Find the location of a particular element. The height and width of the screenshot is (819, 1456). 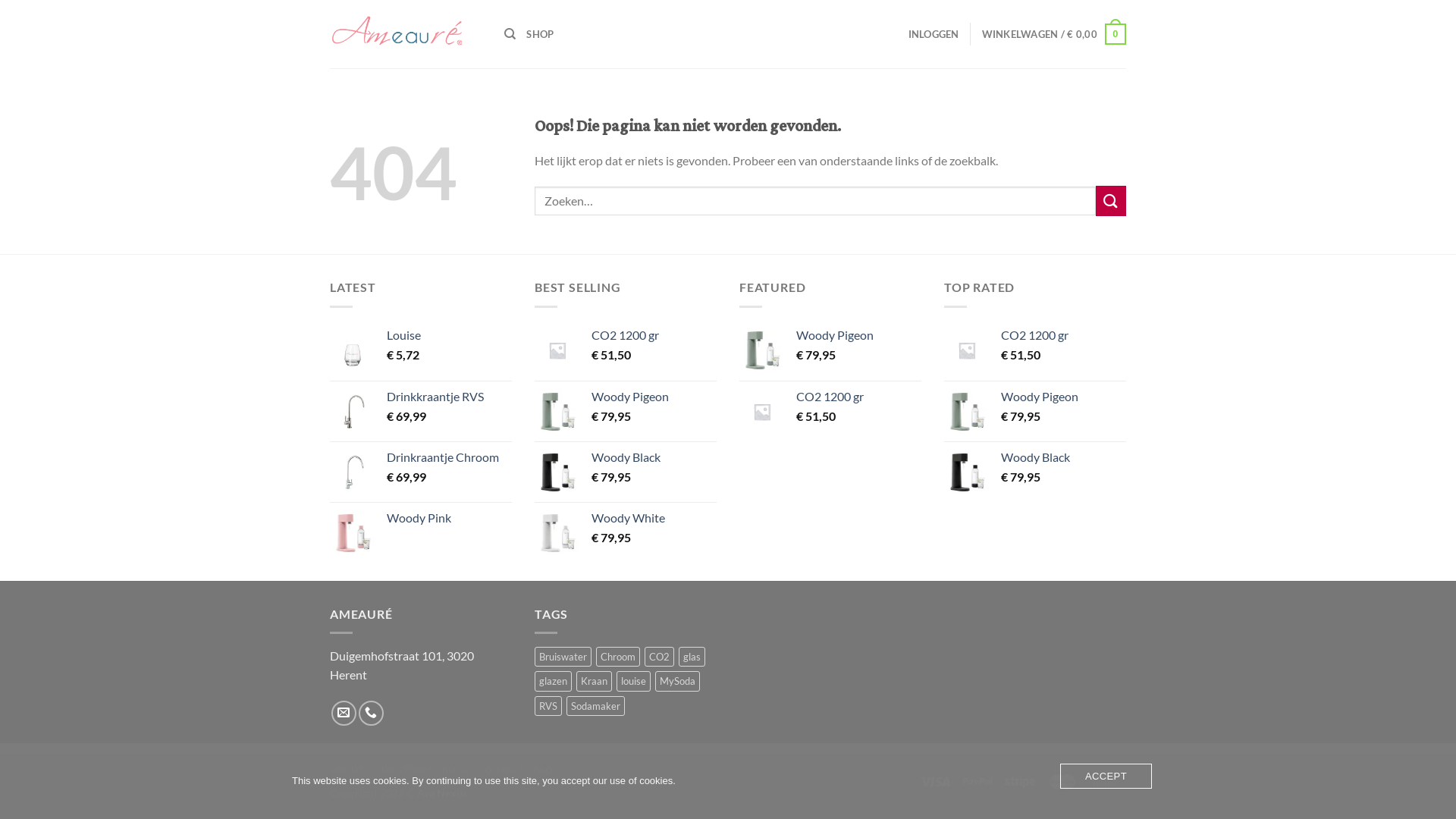

'Woody Black' is located at coordinates (1001, 457).